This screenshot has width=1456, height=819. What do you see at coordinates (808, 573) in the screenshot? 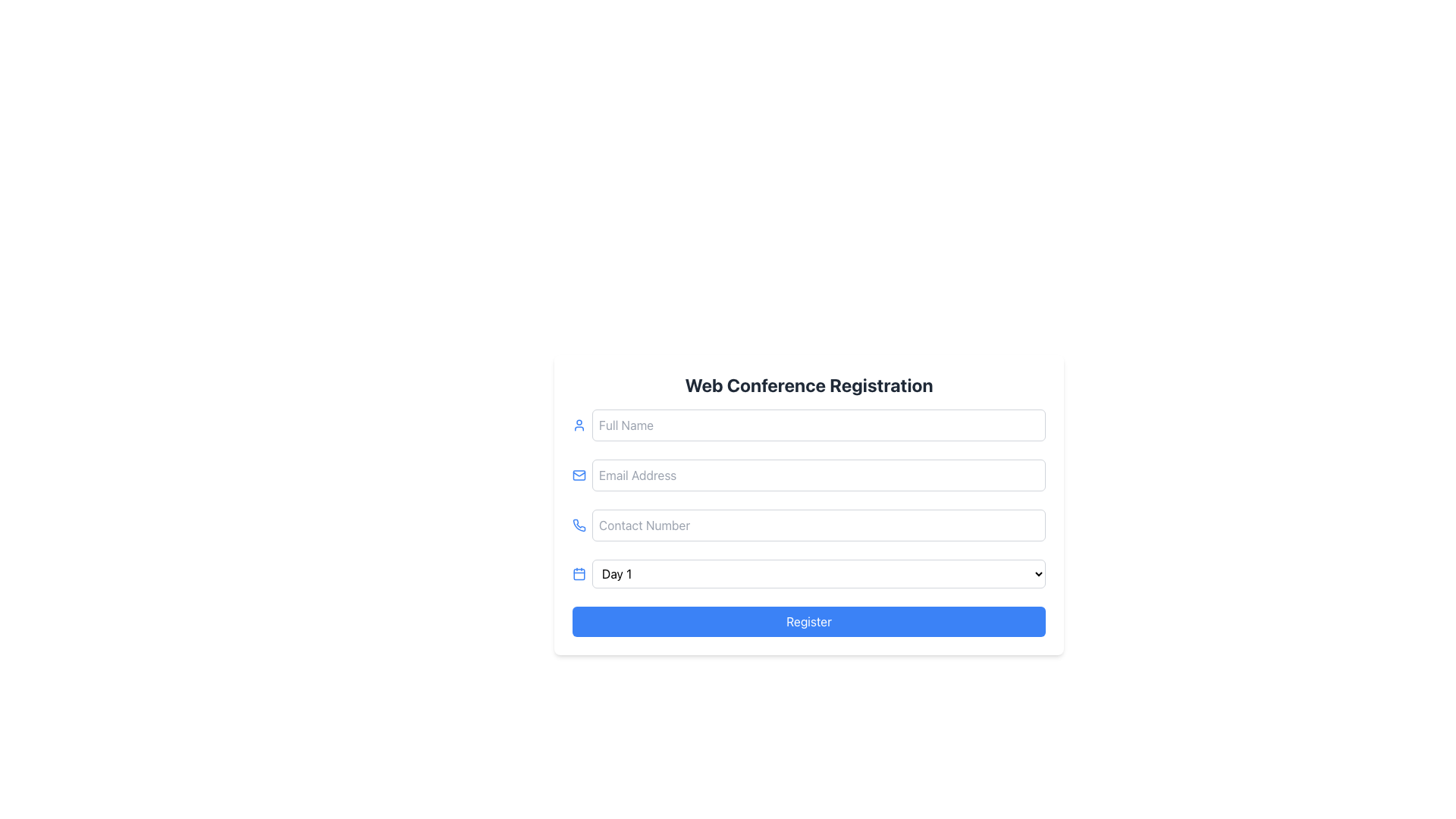
I see `the dropdown menu located below the 'Contact Number' field and above the 'Register' button to select an event day option` at bounding box center [808, 573].